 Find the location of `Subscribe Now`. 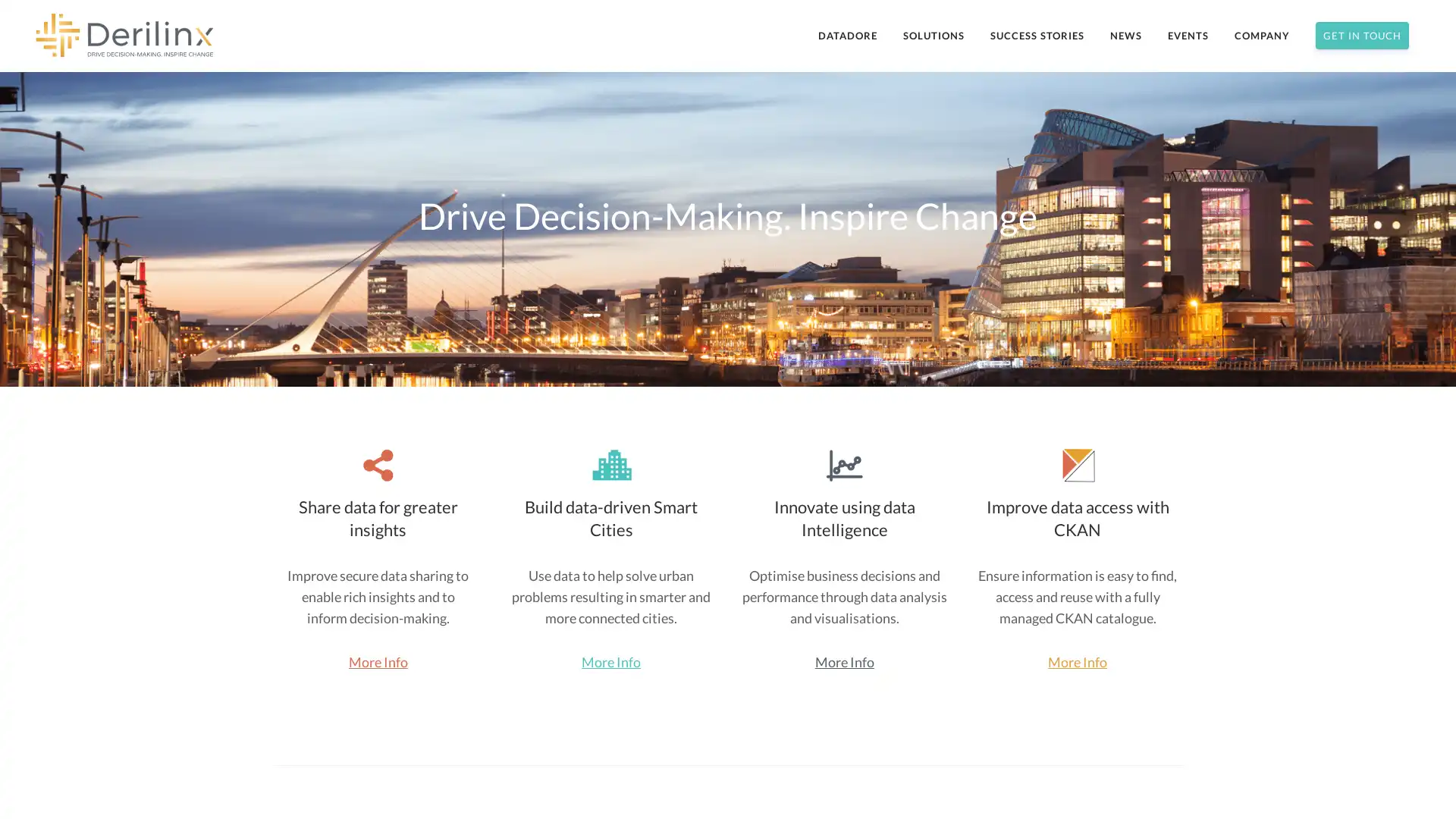

Subscribe Now is located at coordinates (1295, 789).